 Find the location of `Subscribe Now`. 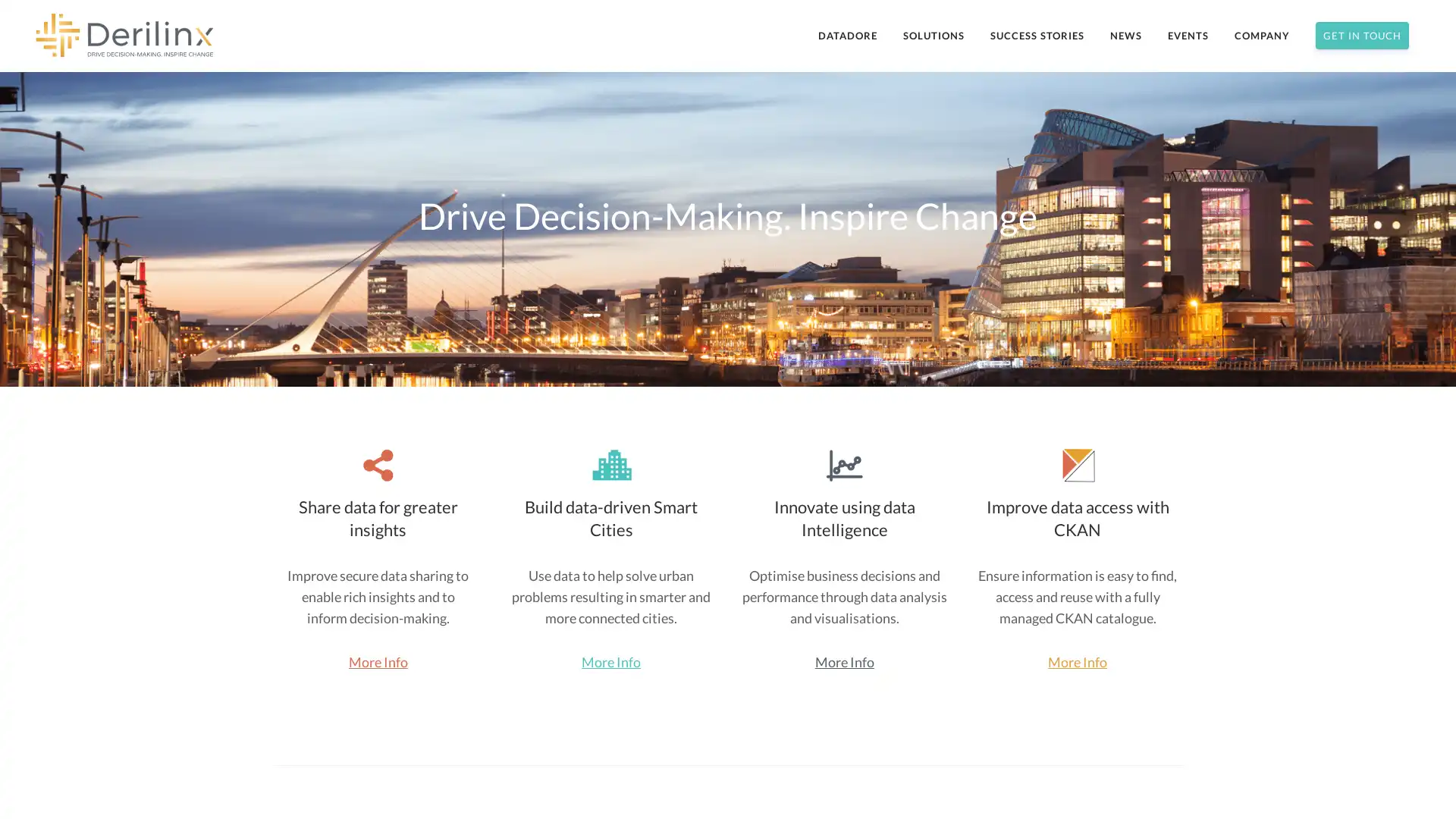

Subscribe Now is located at coordinates (1295, 789).